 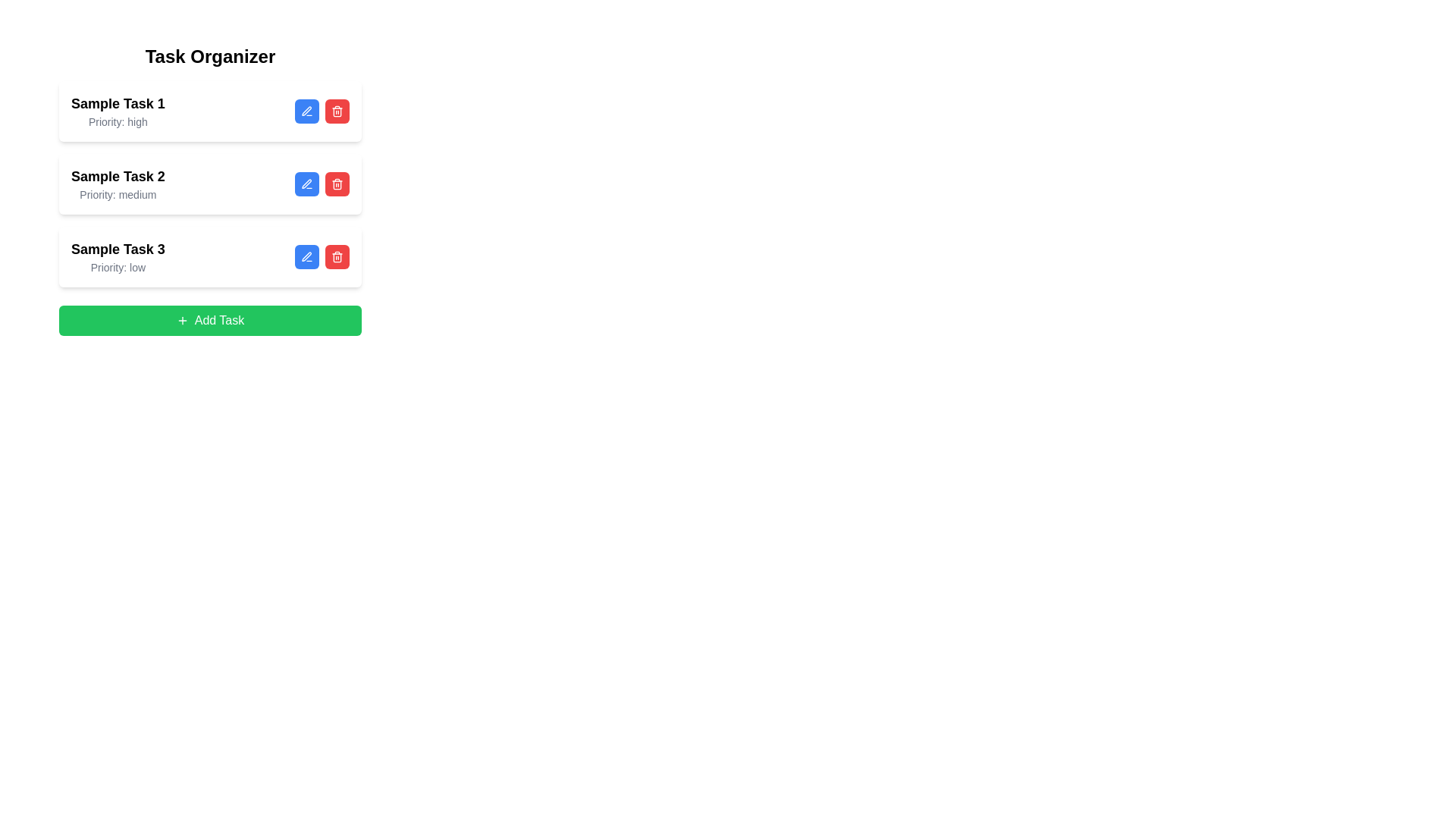 I want to click on the edit button, which is the blue button with a white pen icon, located within the 'Sample Task 2' card at the rightmost part, adjacent to 'Priority: medium', so click(x=322, y=184).